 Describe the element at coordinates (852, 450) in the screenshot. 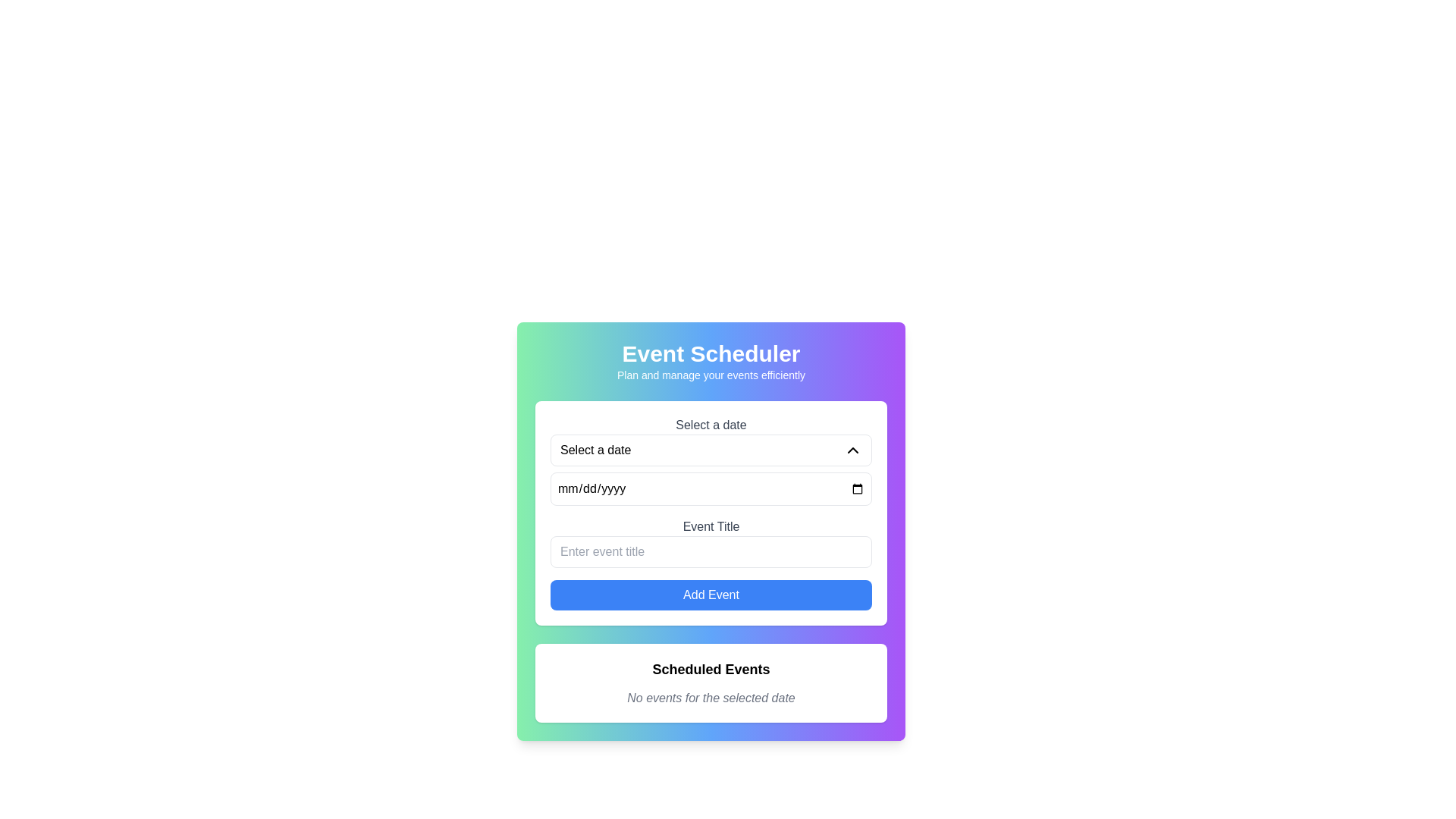

I see `the SVG graphic icon representing a down arrow, located at the upper right section of the card interface, to potentially trigger a hover effect` at that location.